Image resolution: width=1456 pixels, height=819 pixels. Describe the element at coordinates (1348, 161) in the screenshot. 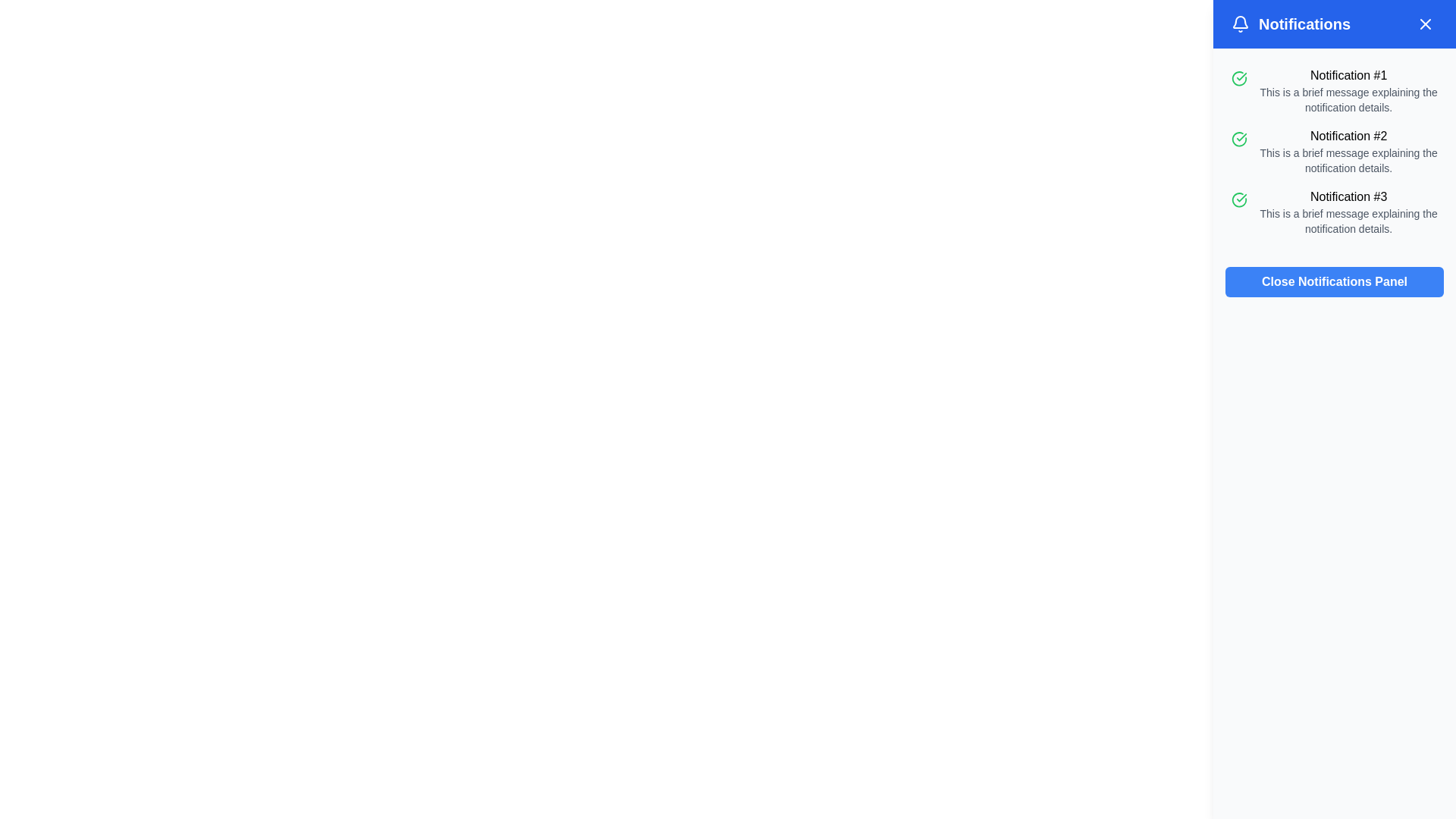

I see `text label under the heading 'Notification #2' that states: 'This is a brief message explaining the notification details.'` at that location.